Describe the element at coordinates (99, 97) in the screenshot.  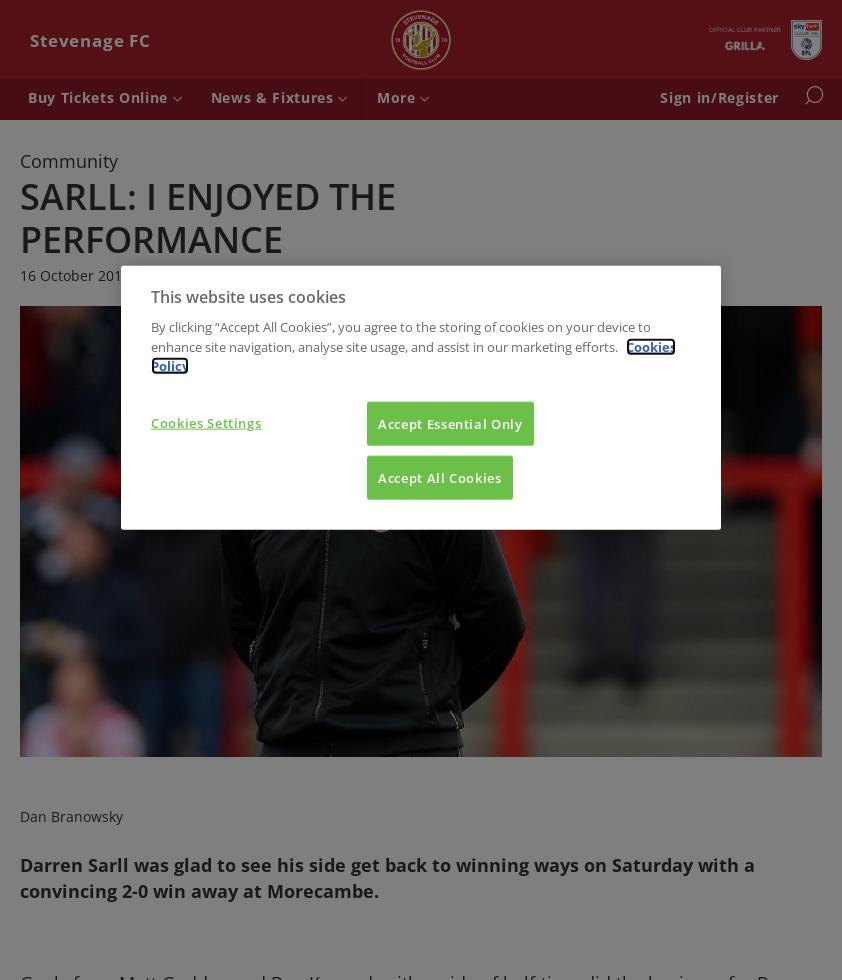
I see `'Buy Tickets Online'` at that location.